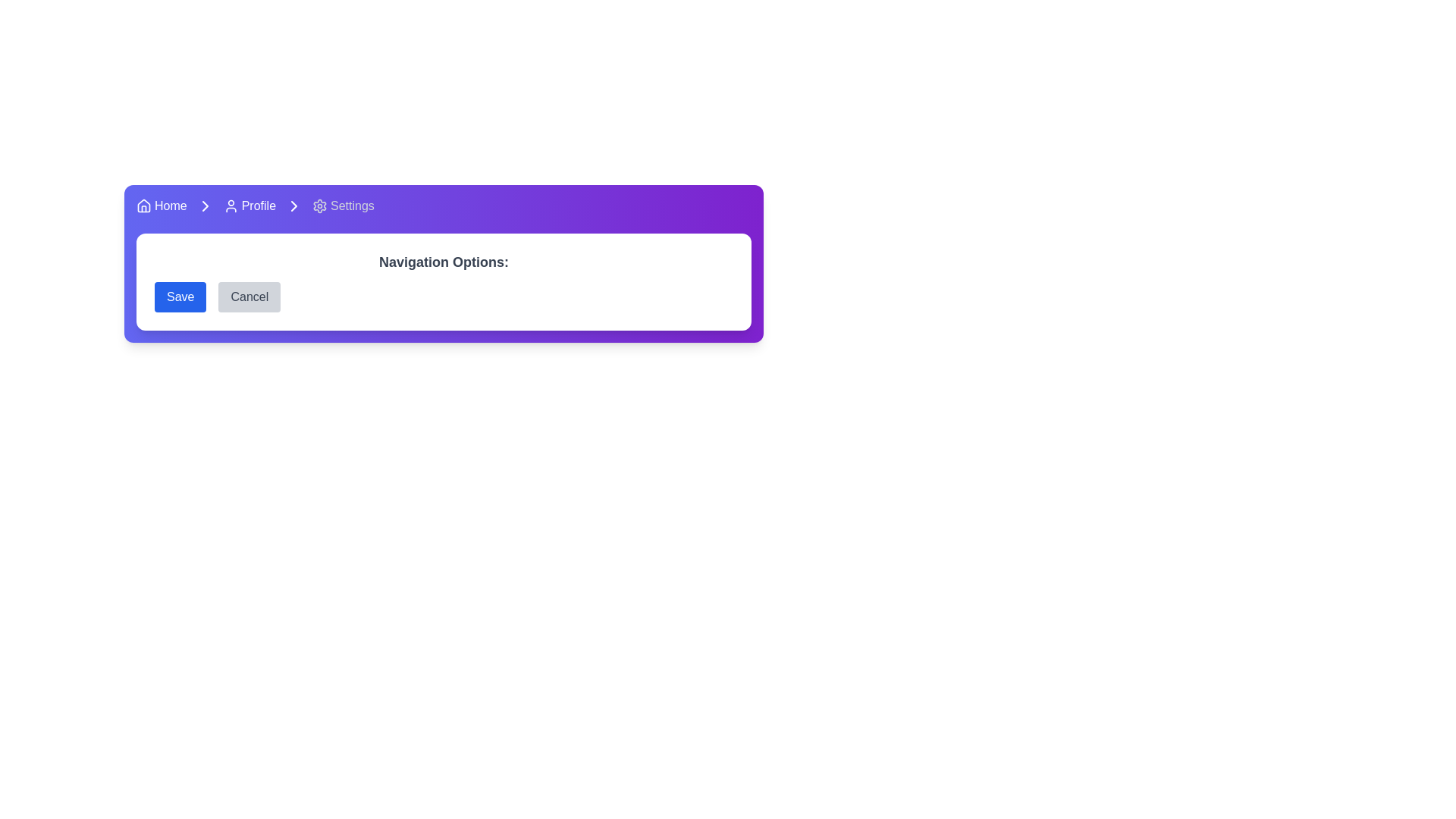 This screenshot has width=1456, height=819. What do you see at coordinates (144, 206) in the screenshot?
I see `the home icon located to the left of the 'Home' text in the navigation bar` at bounding box center [144, 206].